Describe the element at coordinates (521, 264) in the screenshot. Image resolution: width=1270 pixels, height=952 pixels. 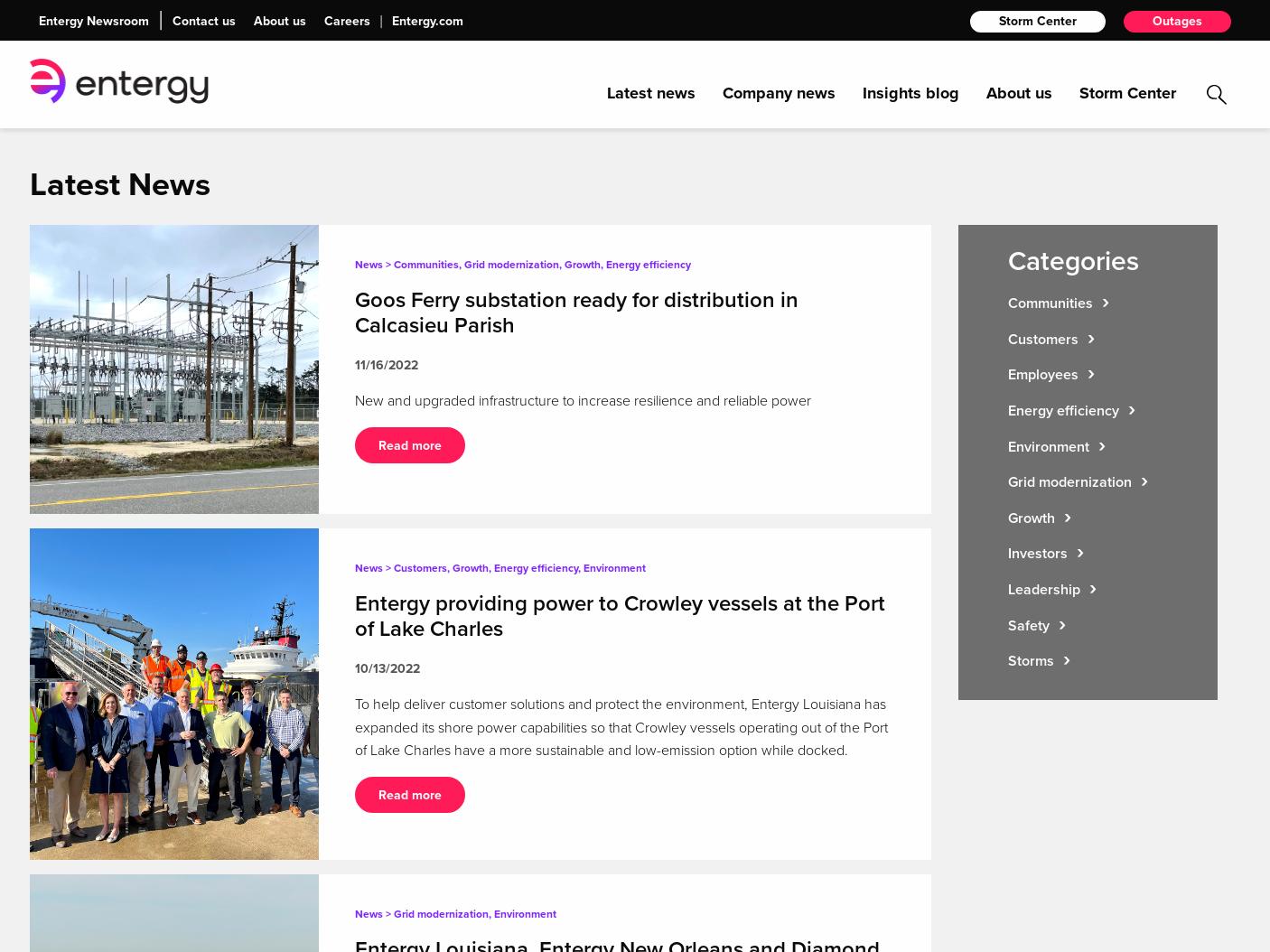
I see `'News > Communities, Grid modernization, Growth, Energy efficiency'` at that location.